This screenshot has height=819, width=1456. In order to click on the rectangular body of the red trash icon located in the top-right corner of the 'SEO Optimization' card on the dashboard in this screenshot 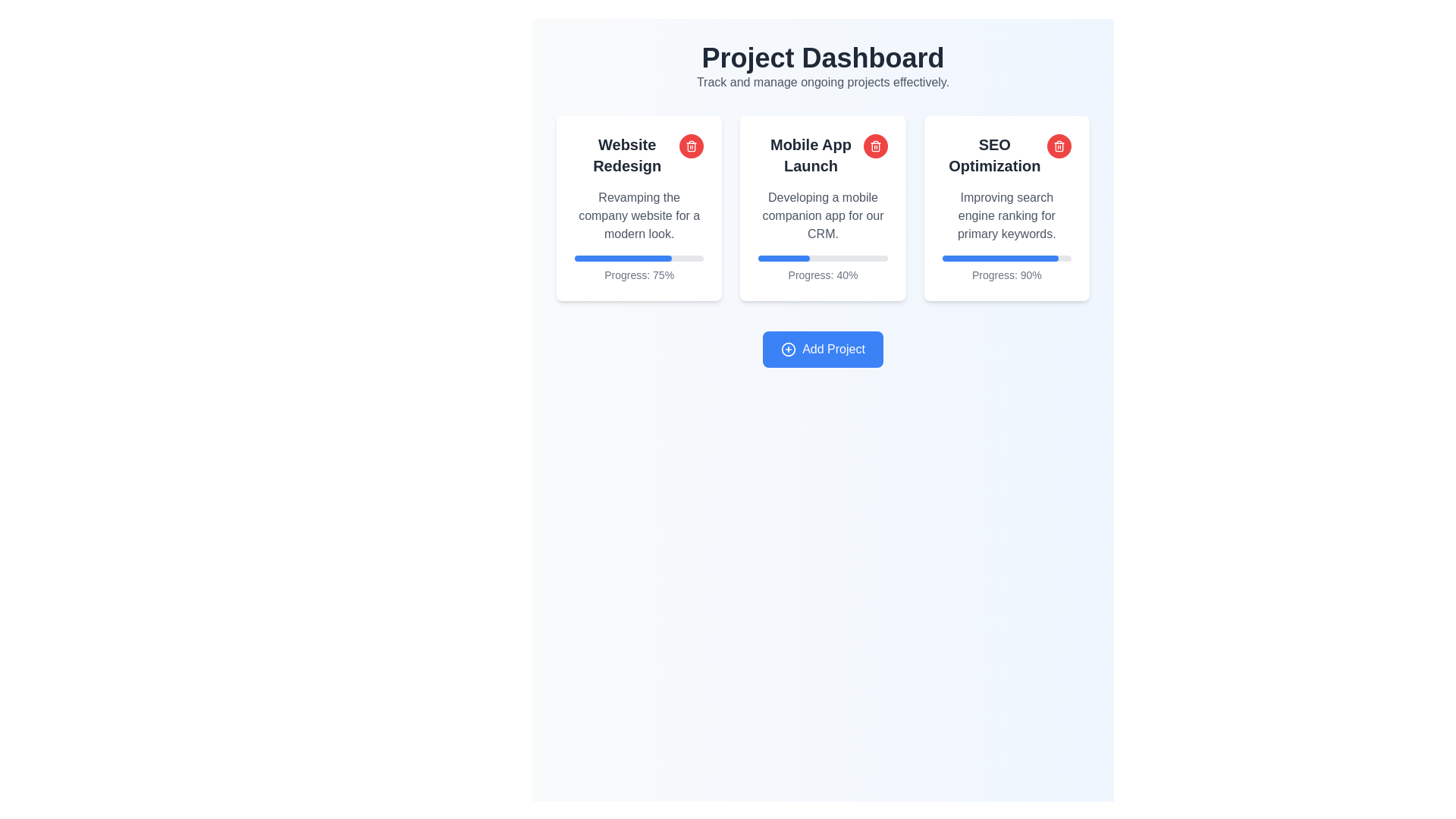, I will do `click(1058, 147)`.